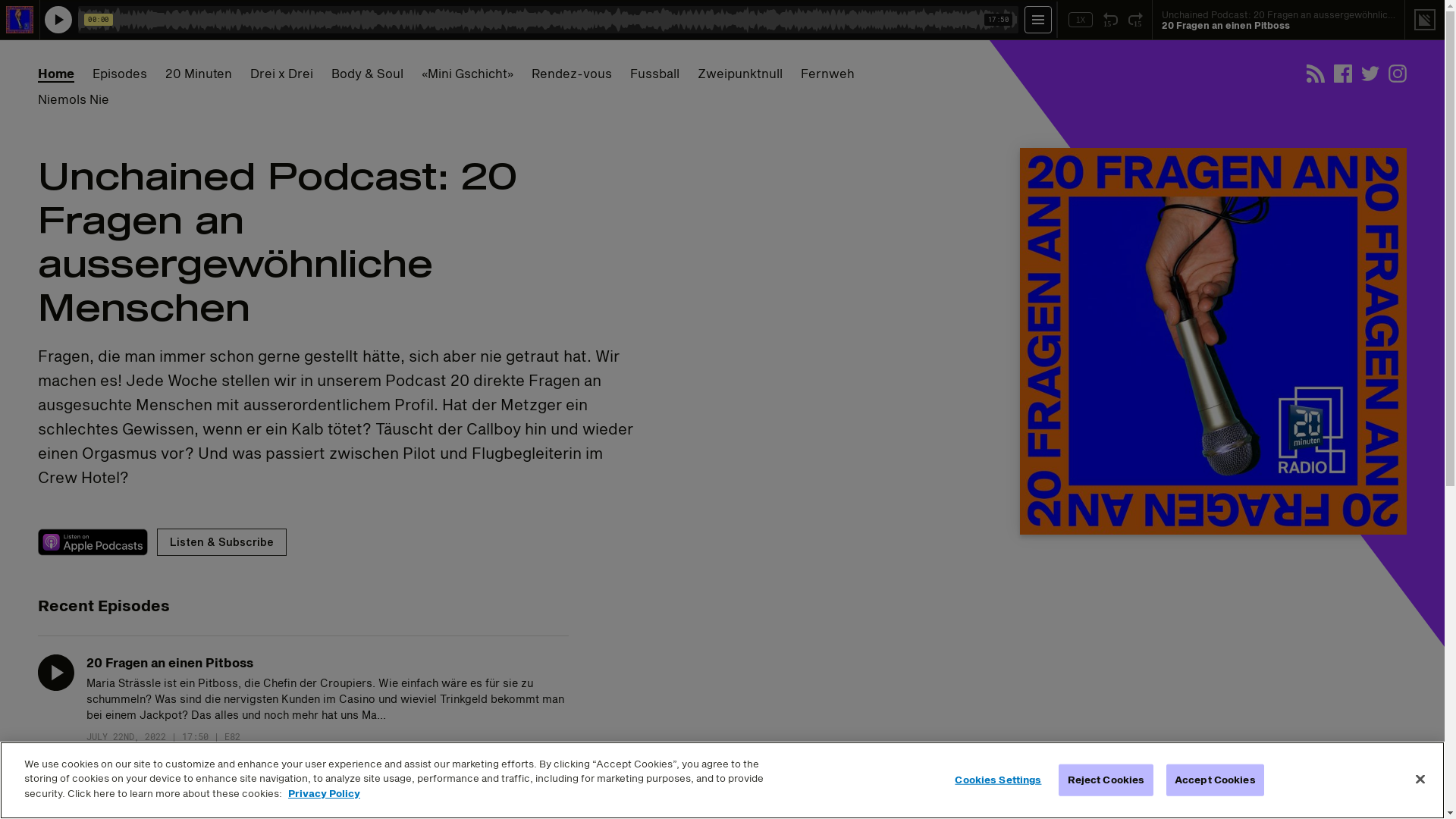  Describe the element at coordinates (1388, 73) in the screenshot. I see `'Instagram'` at that location.